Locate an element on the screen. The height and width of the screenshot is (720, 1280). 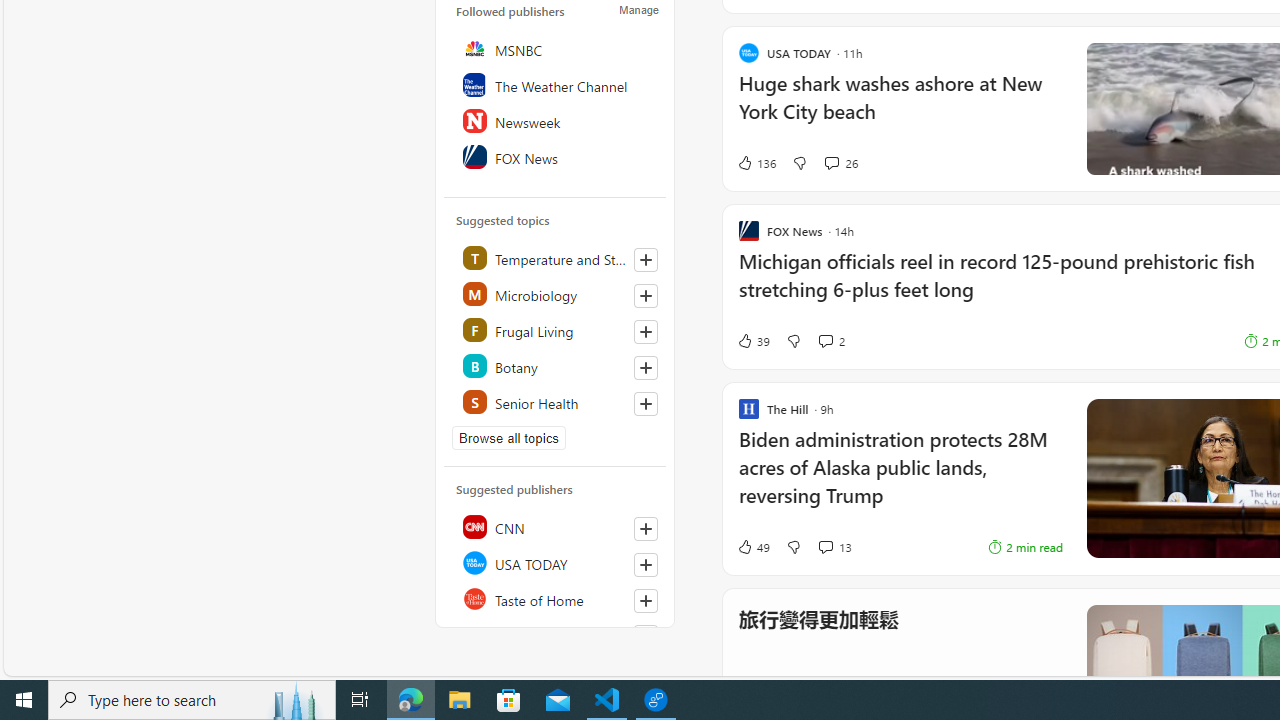
'USA TODAY' is located at coordinates (556, 563).